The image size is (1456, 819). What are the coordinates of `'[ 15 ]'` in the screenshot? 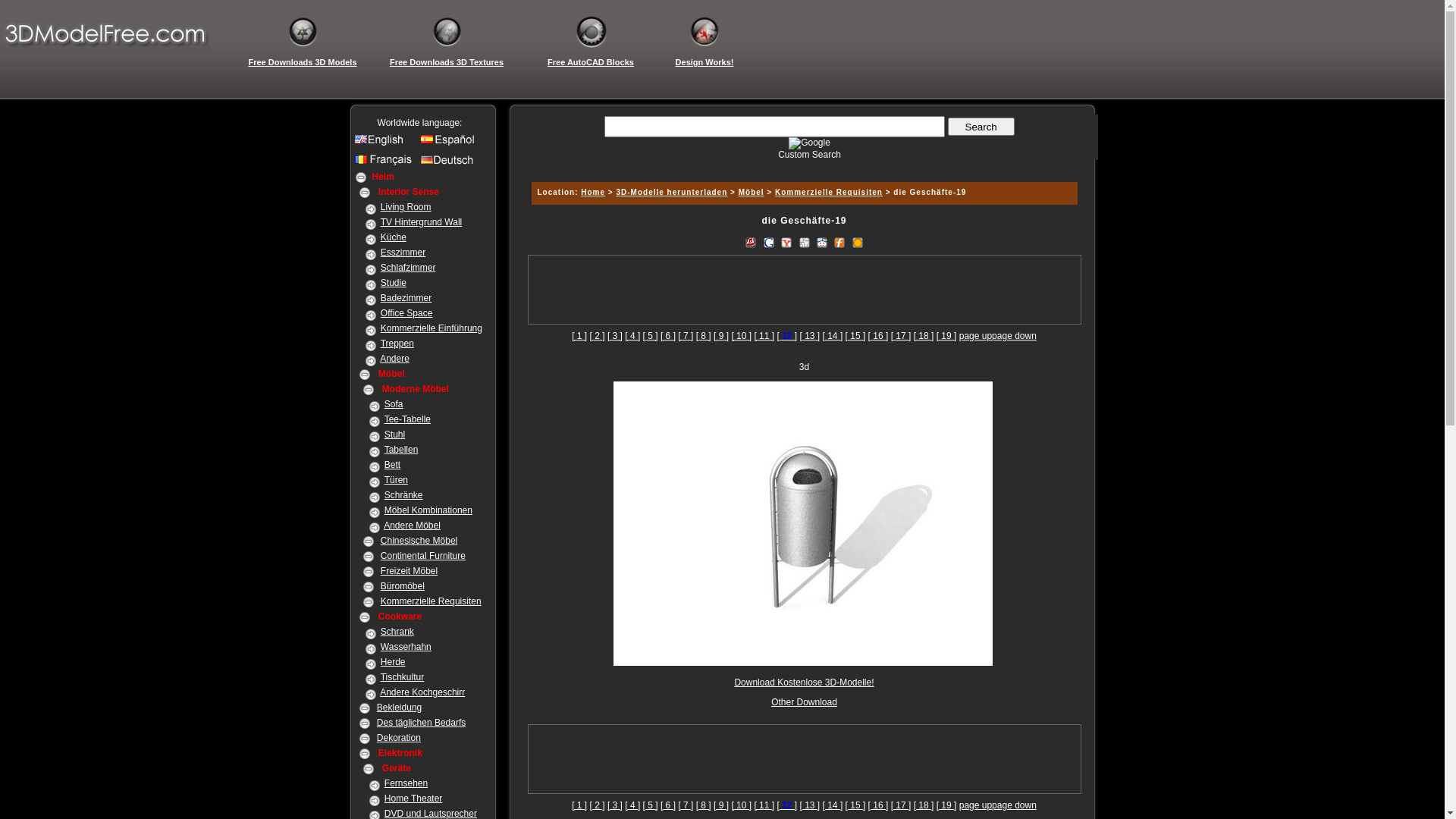 It's located at (844, 335).